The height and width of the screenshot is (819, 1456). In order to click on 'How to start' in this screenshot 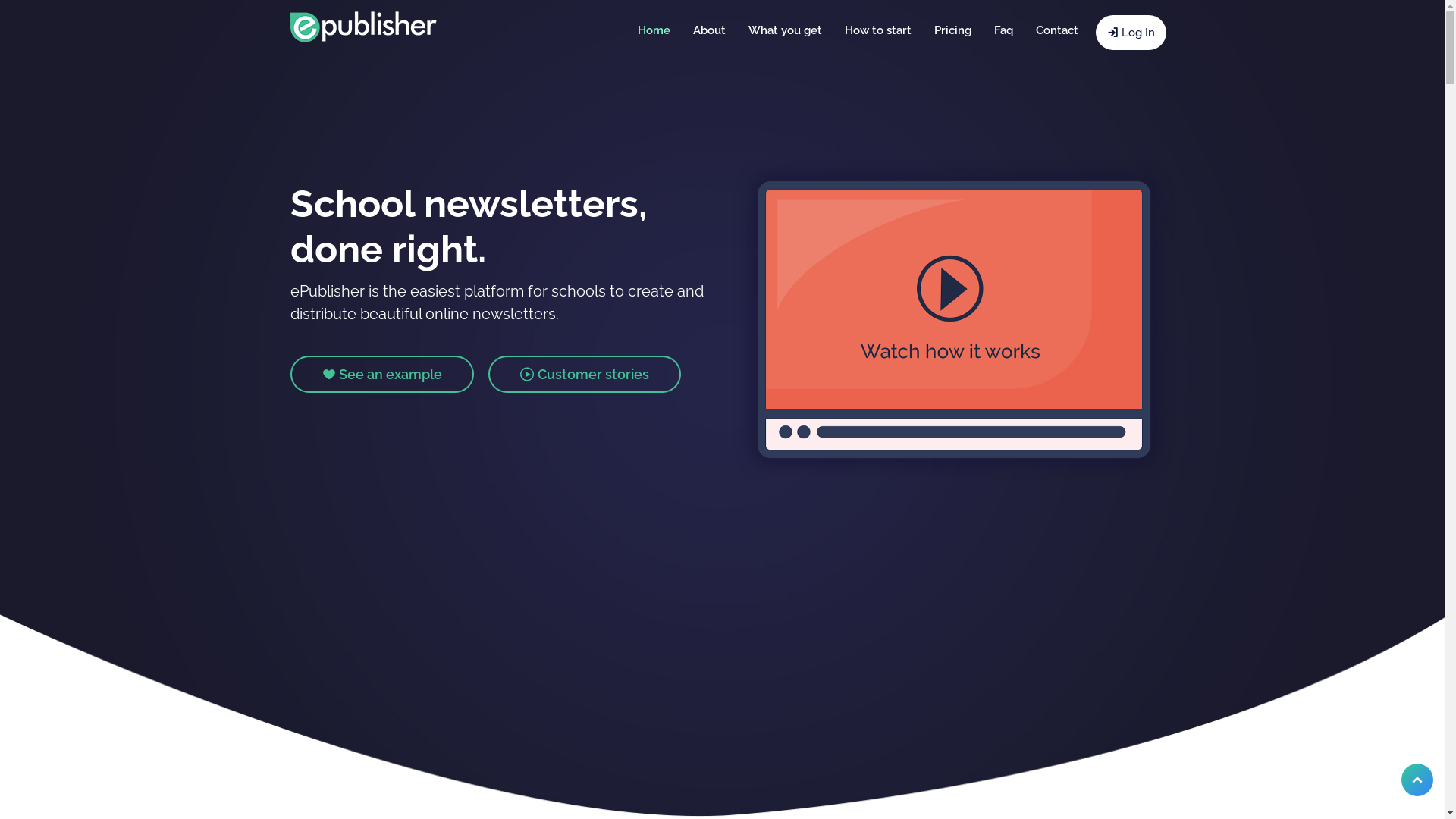, I will do `click(832, 30)`.